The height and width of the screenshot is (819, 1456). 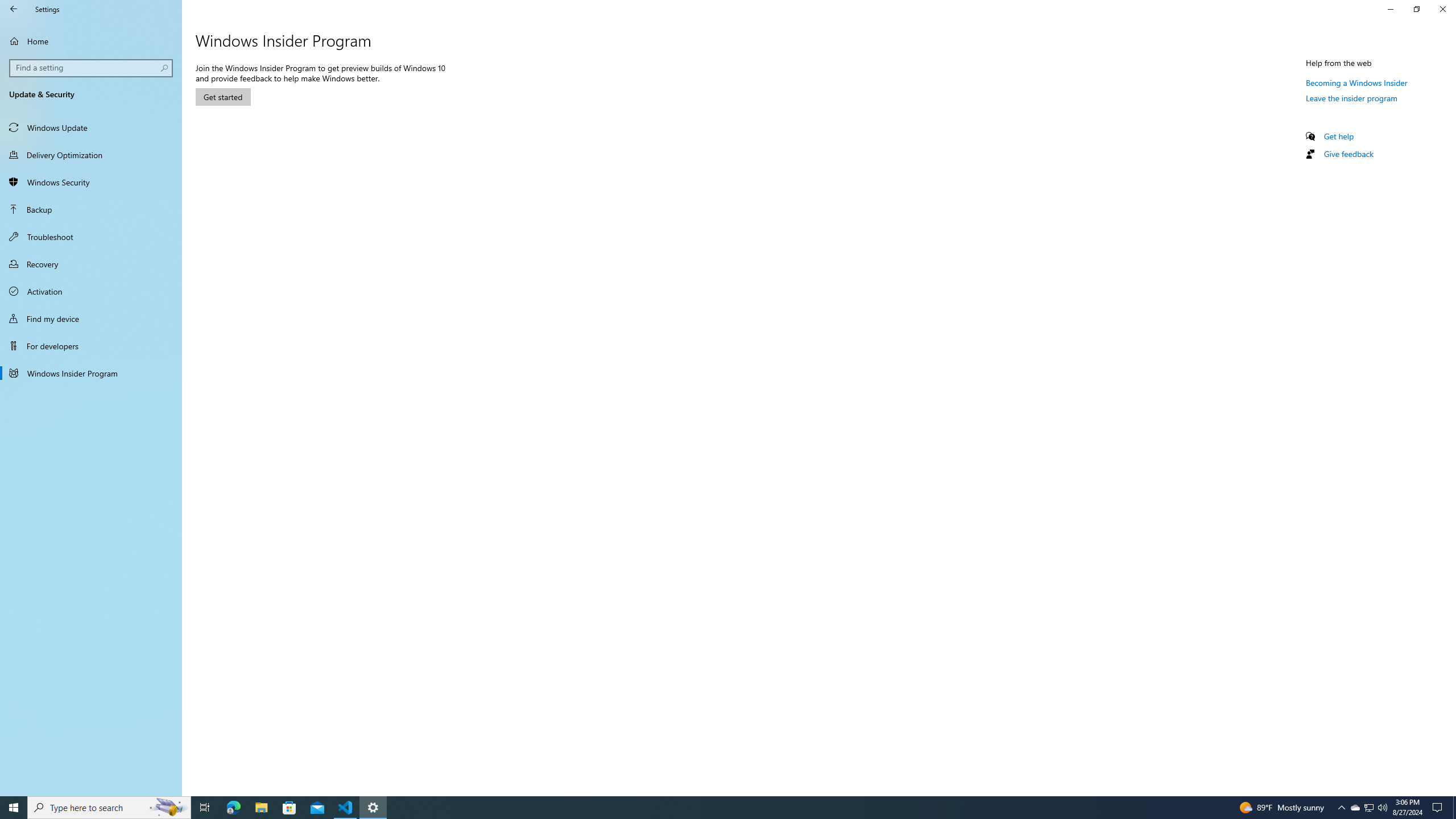 I want to click on 'Windows Insider Program', so click(x=90, y=372).